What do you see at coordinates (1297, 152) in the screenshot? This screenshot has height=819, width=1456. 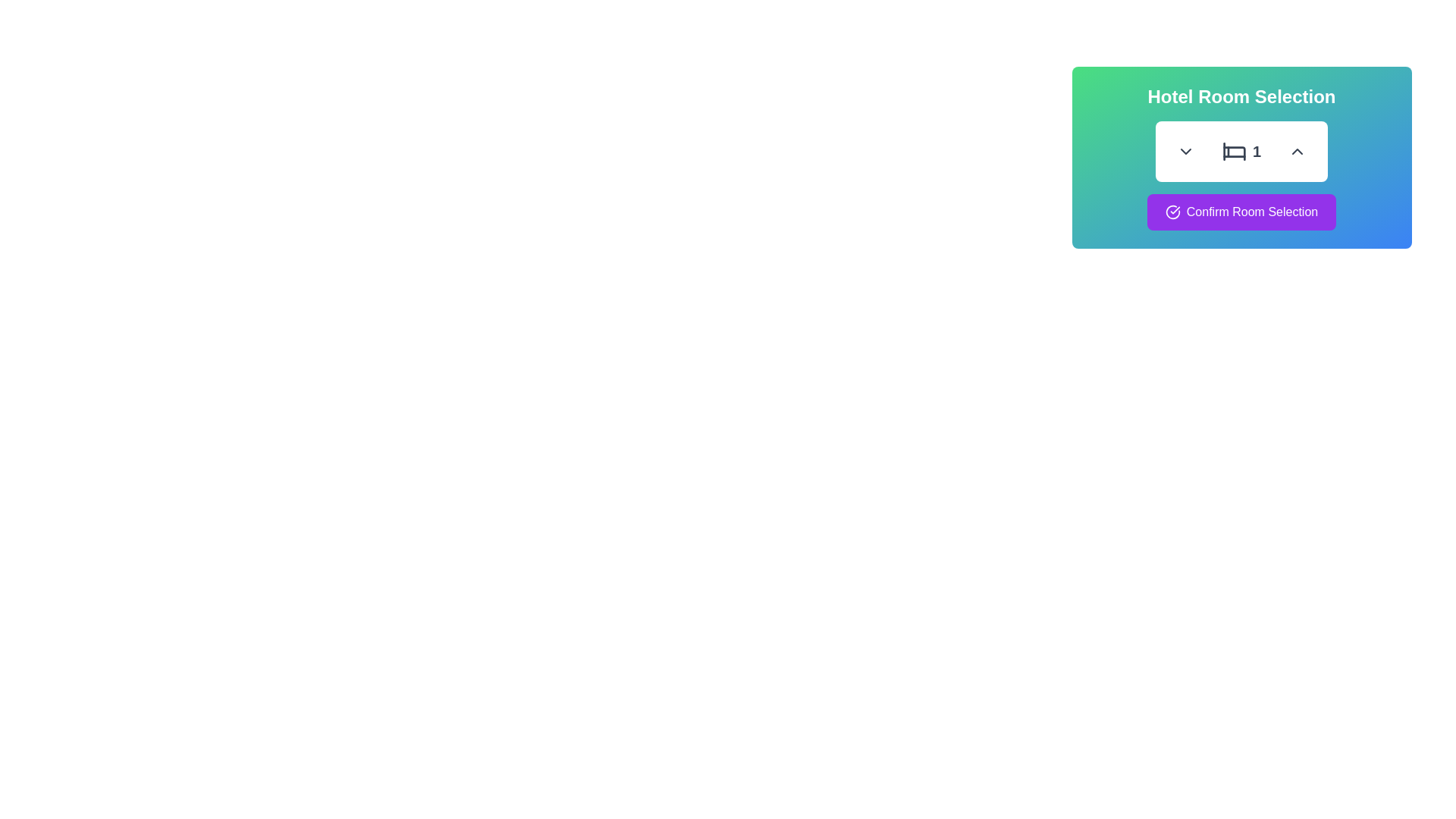 I see `the increment button located at the top right of the 'Hotel Room Selection' section to increase the value or navigate upwards` at bounding box center [1297, 152].